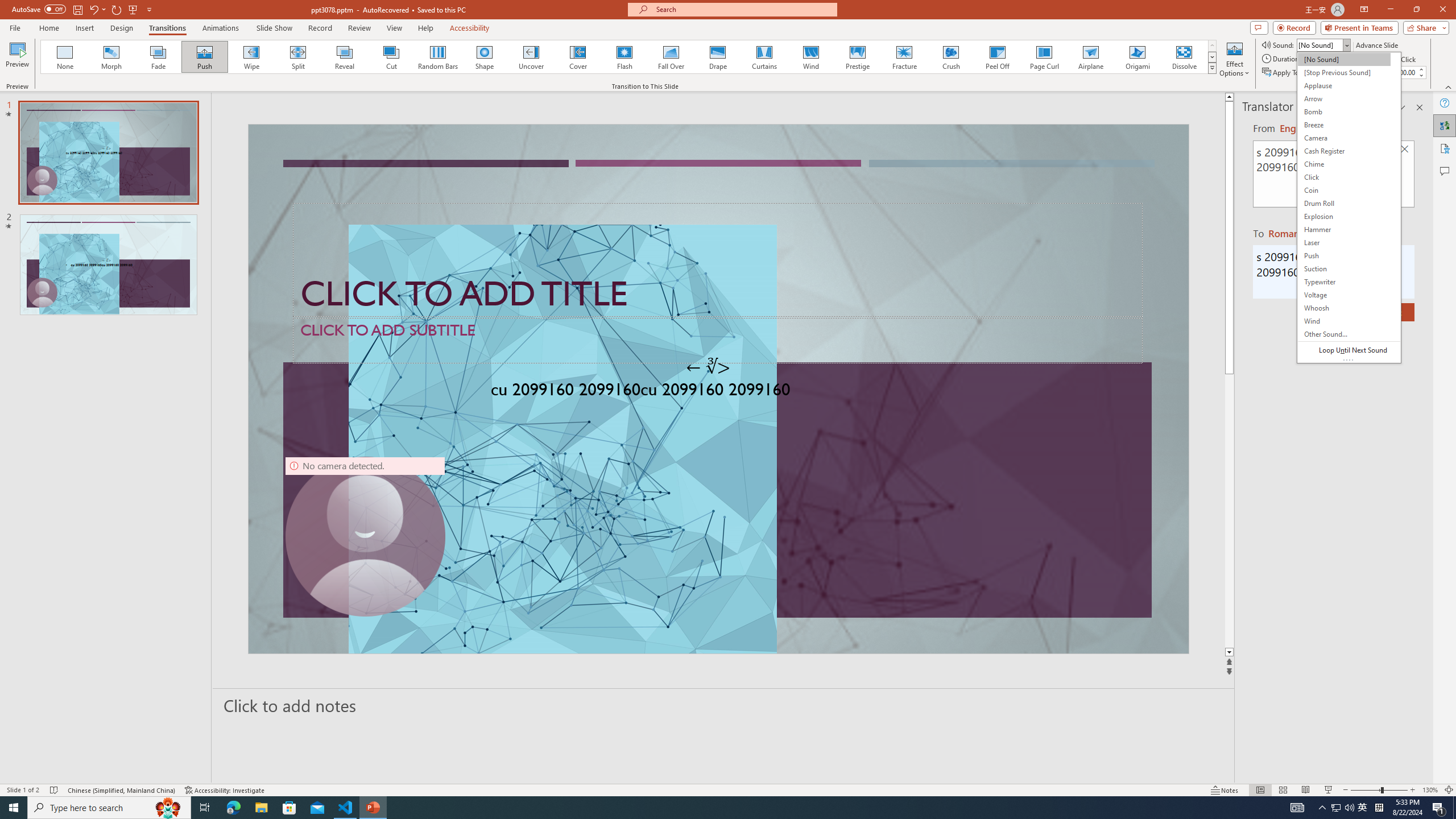 The image size is (1456, 819). What do you see at coordinates (628, 56) in the screenshot?
I see `'AutomationID: AnimationTransitionGallery'` at bounding box center [628, 56].